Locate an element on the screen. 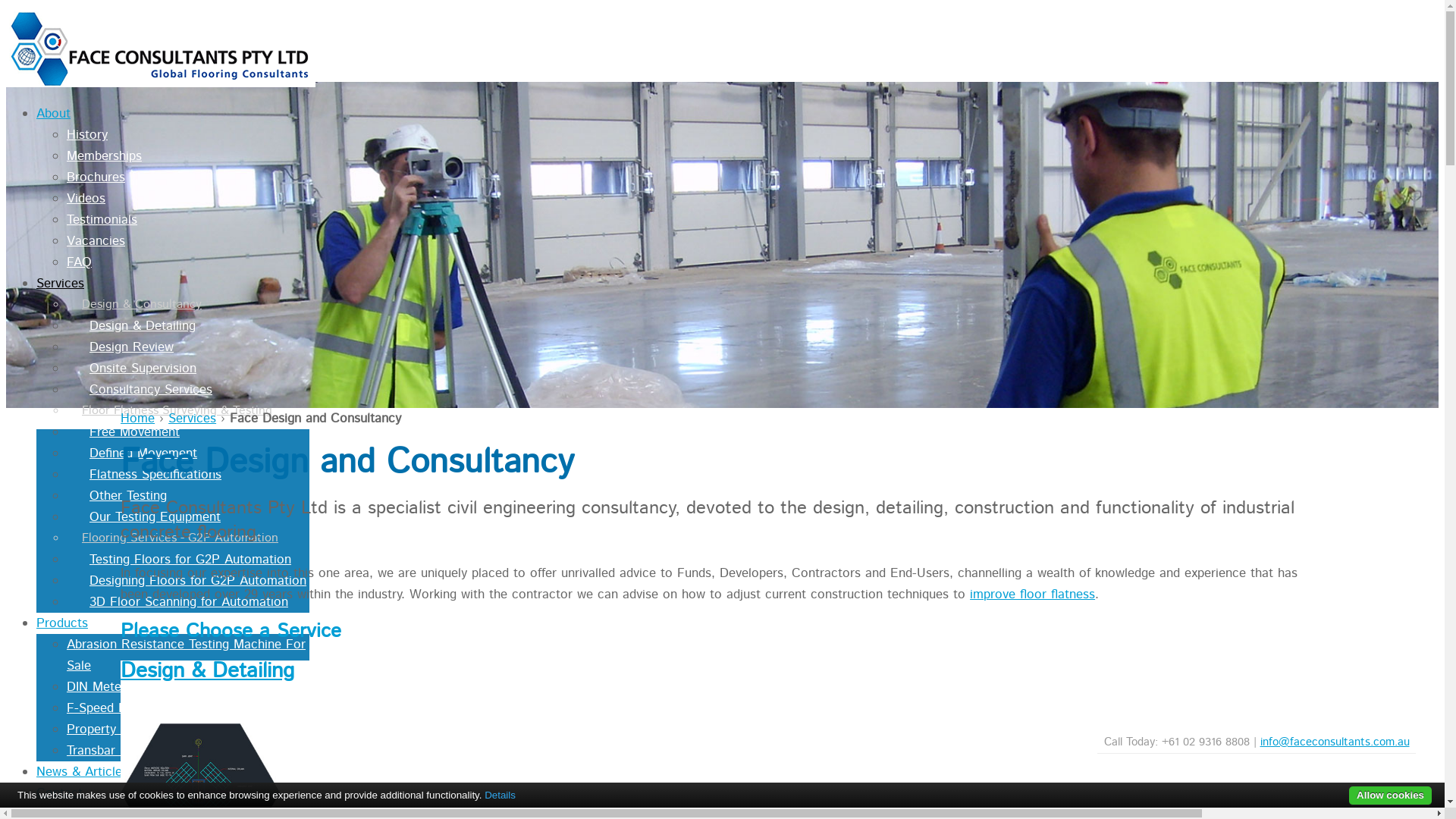 The height and width of the screenshot is (819, 1456). 'improve floor flatness' is located at coordinates (1031, 593).